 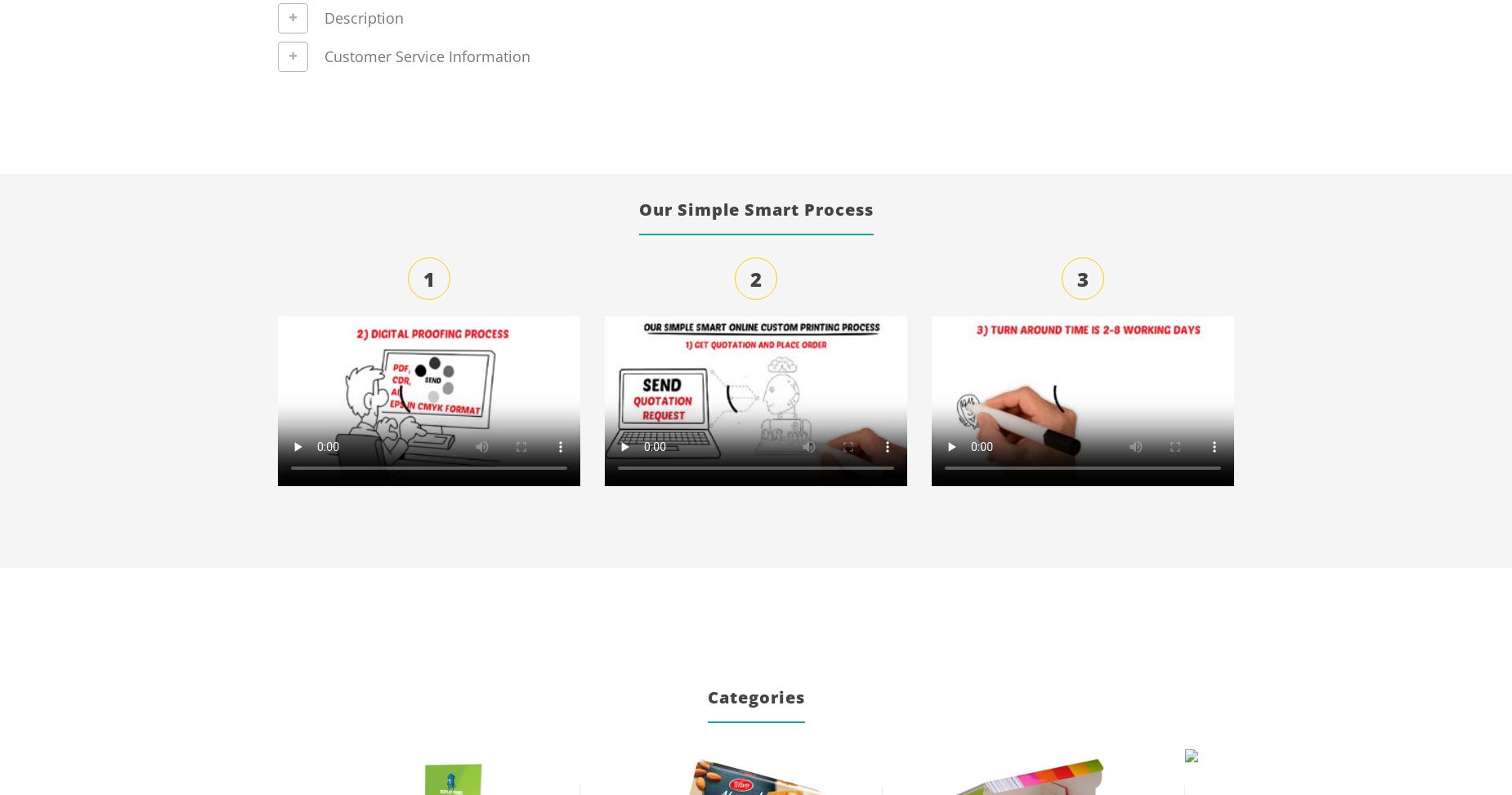 What do you see at coordinates (429, 278) in the screenshot?
I see `'1'` at bounding box center [429, 278].